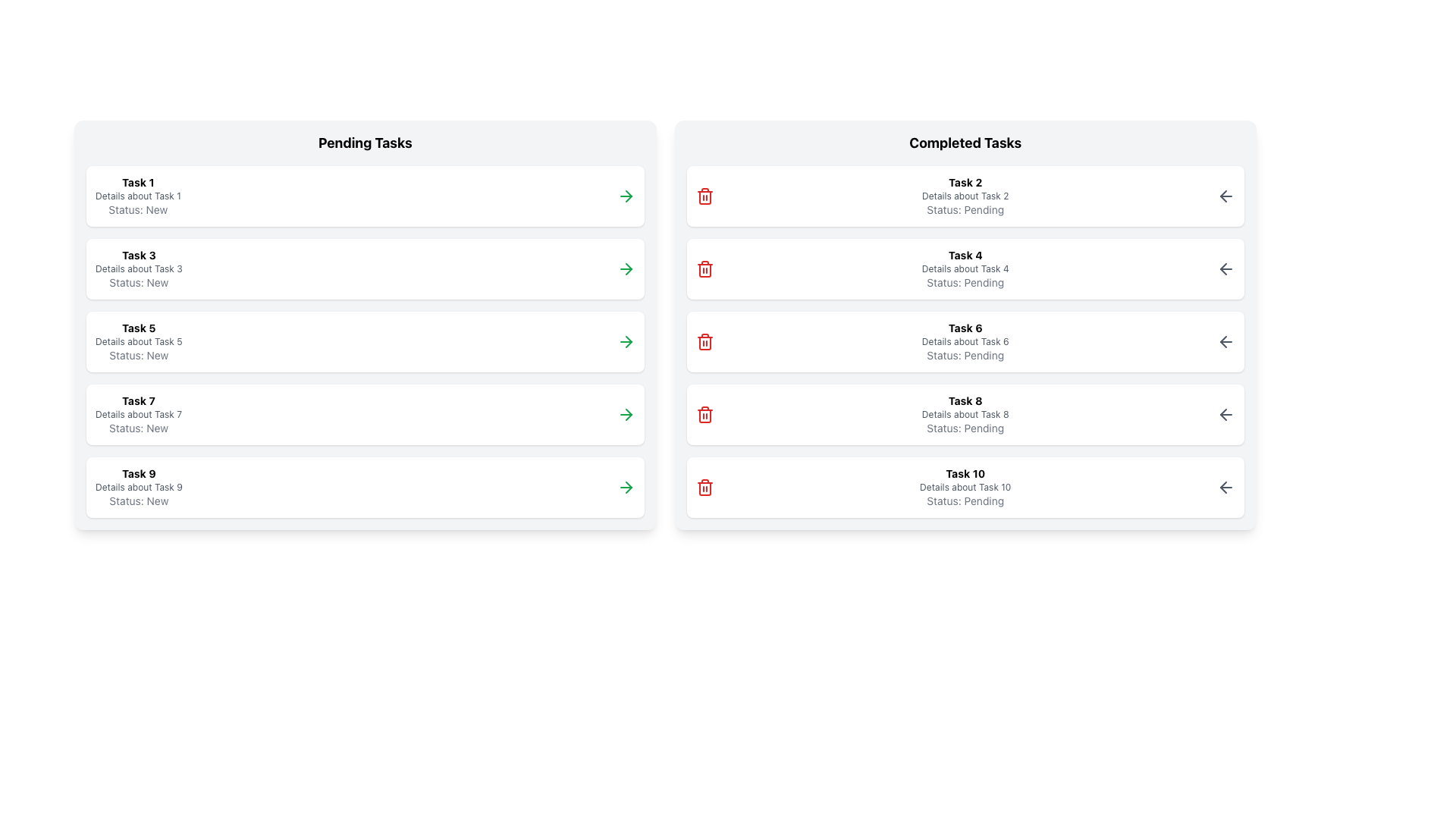 The image size is (1456, 819). Describe the element at coordinates (965, 428) in the screenshot. I see `the informational label indicating the status of 'Task 8', which states 'Pending', located in the 'Completed Tasks' section` at that location.